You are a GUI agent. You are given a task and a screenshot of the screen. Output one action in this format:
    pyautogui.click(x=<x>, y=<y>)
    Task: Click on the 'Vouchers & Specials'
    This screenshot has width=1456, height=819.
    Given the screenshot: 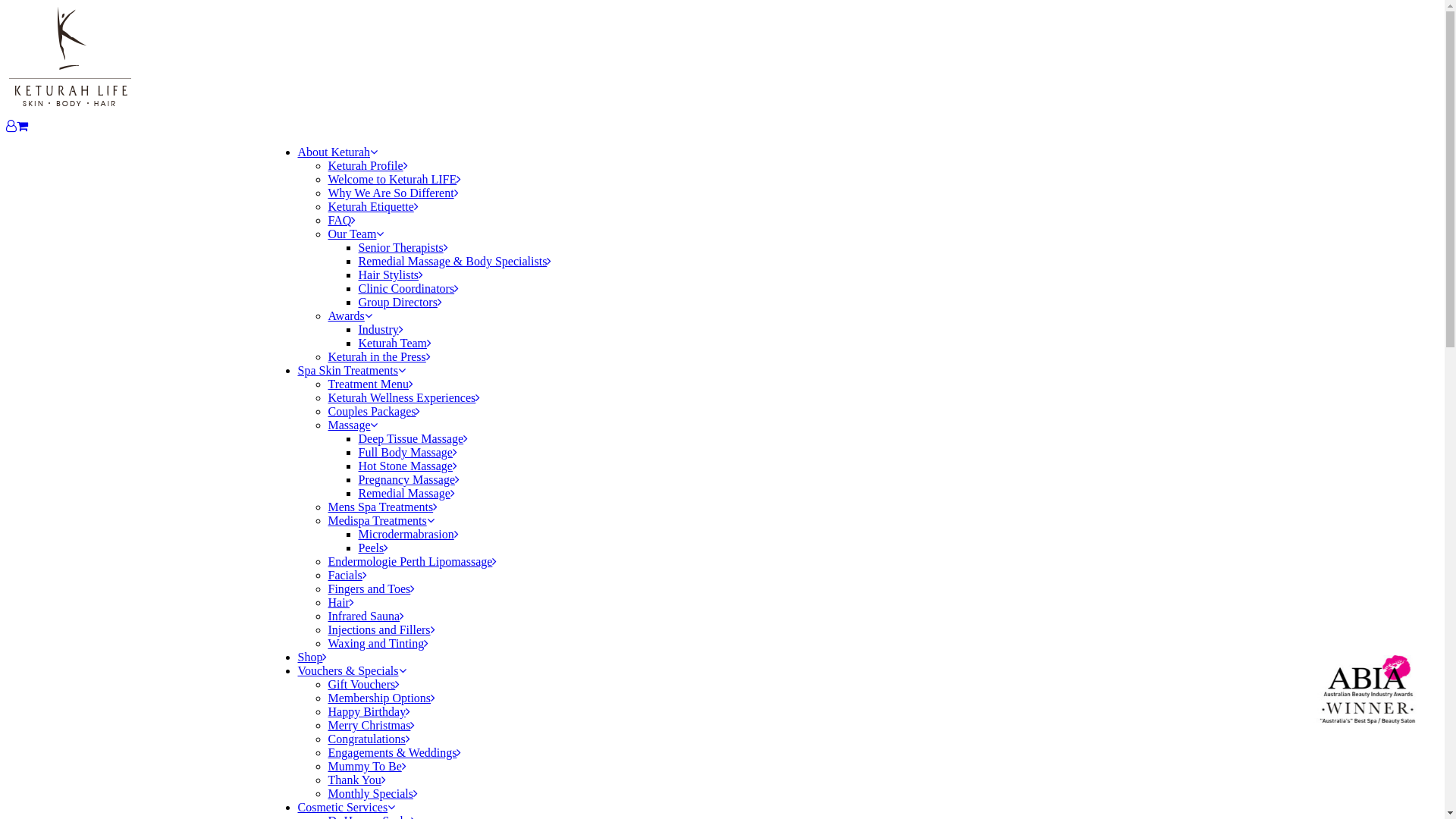 What is the action you would take?
    pyautogui.click(x=350, y=670)
    